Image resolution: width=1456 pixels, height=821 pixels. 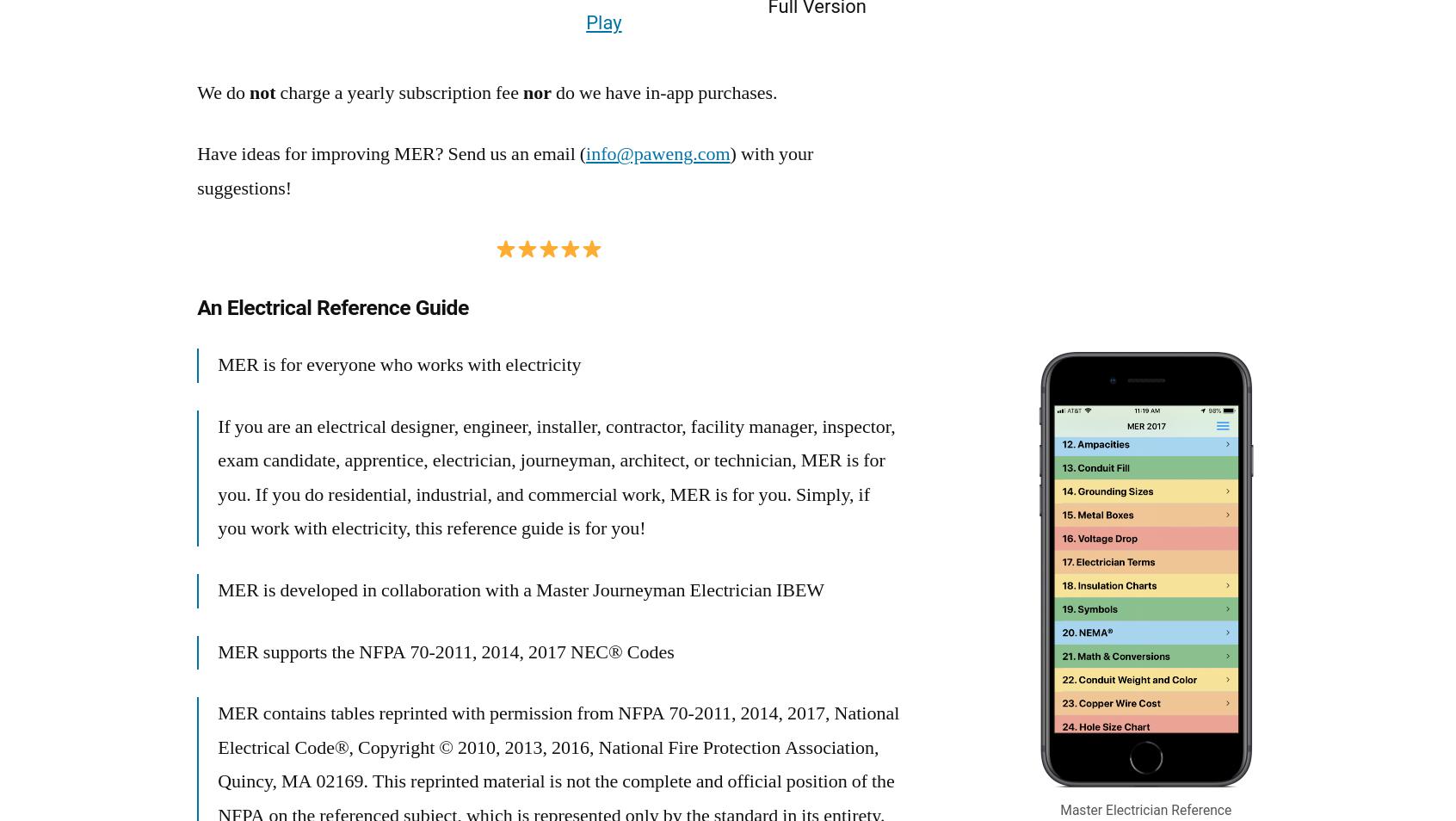 What do you see at coordinates (556, 476) in the screenshot?
I see `'If you are an electrical designer, engineer, installer, contractor, facility manager, inspector, exam candidate, apprentice, electrician, journeyman, architect, or technician, MER is for you. If you do residential, industrial, and commercial work, MER is for you. Simply, if you work with electricity, this reference guide is for you!'` at bounding box center [556, 476].